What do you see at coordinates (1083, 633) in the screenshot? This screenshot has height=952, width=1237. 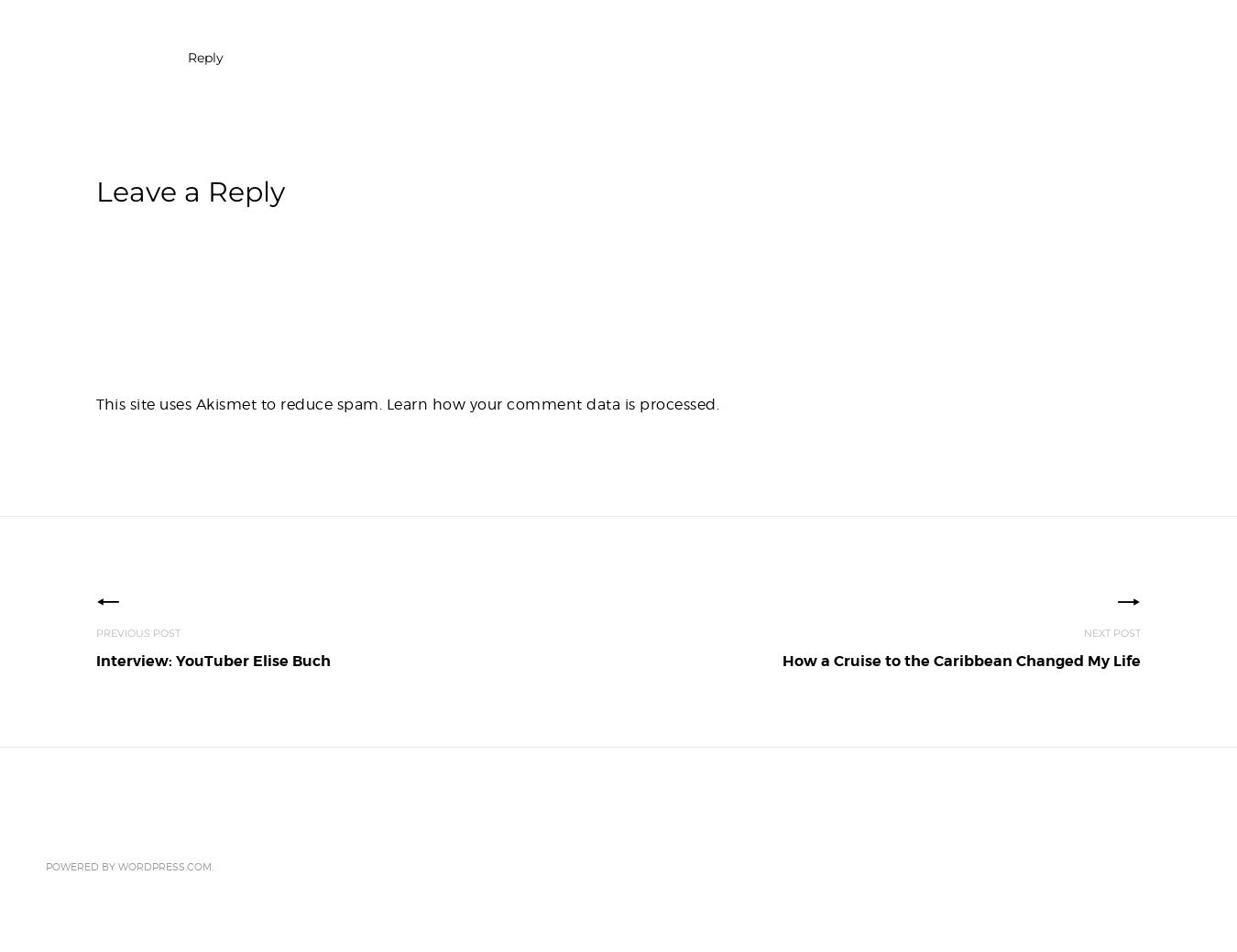 I see `'Next Post'` at bounding box center [1083, 633].